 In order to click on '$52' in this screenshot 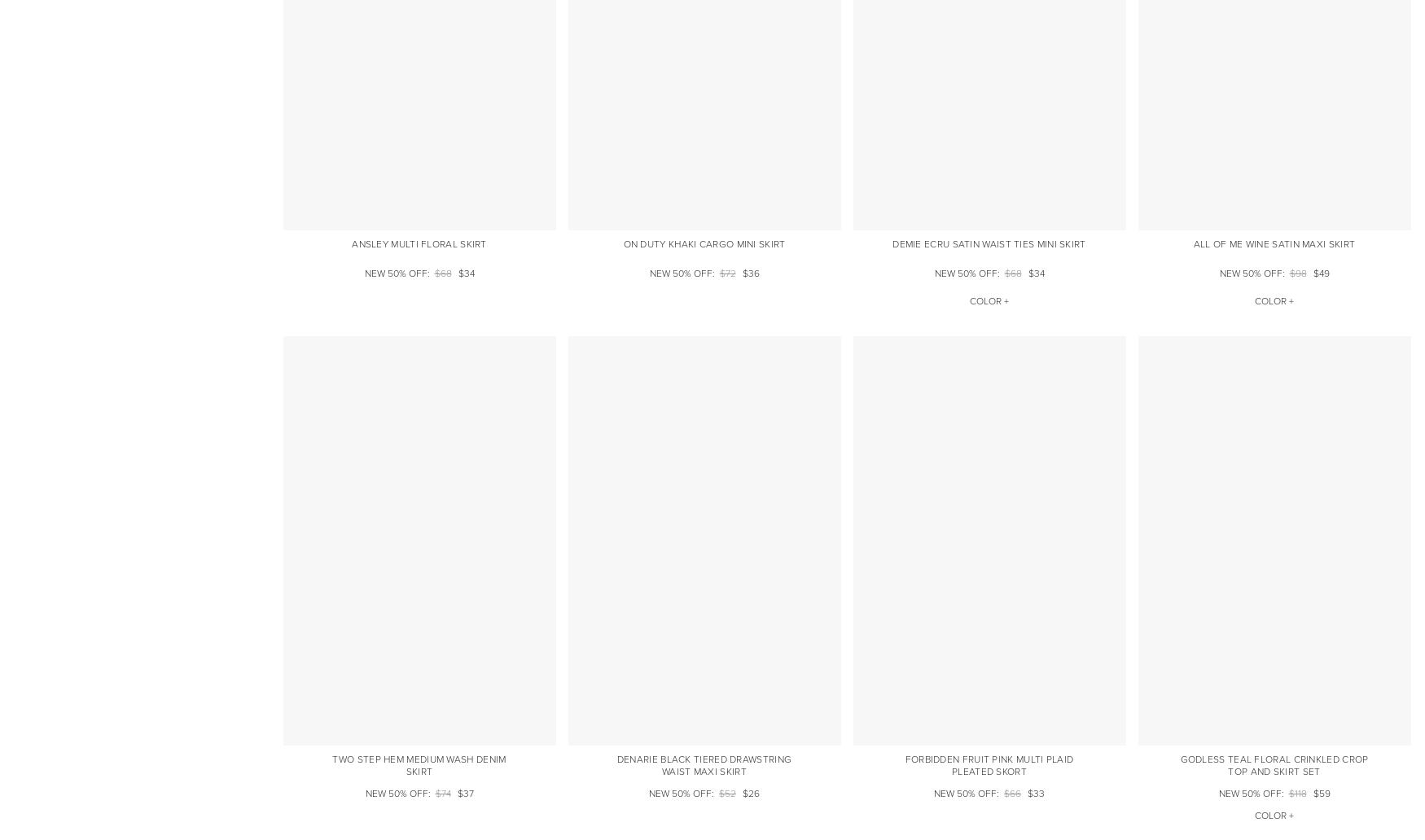, I will do `click(726, 792)`.